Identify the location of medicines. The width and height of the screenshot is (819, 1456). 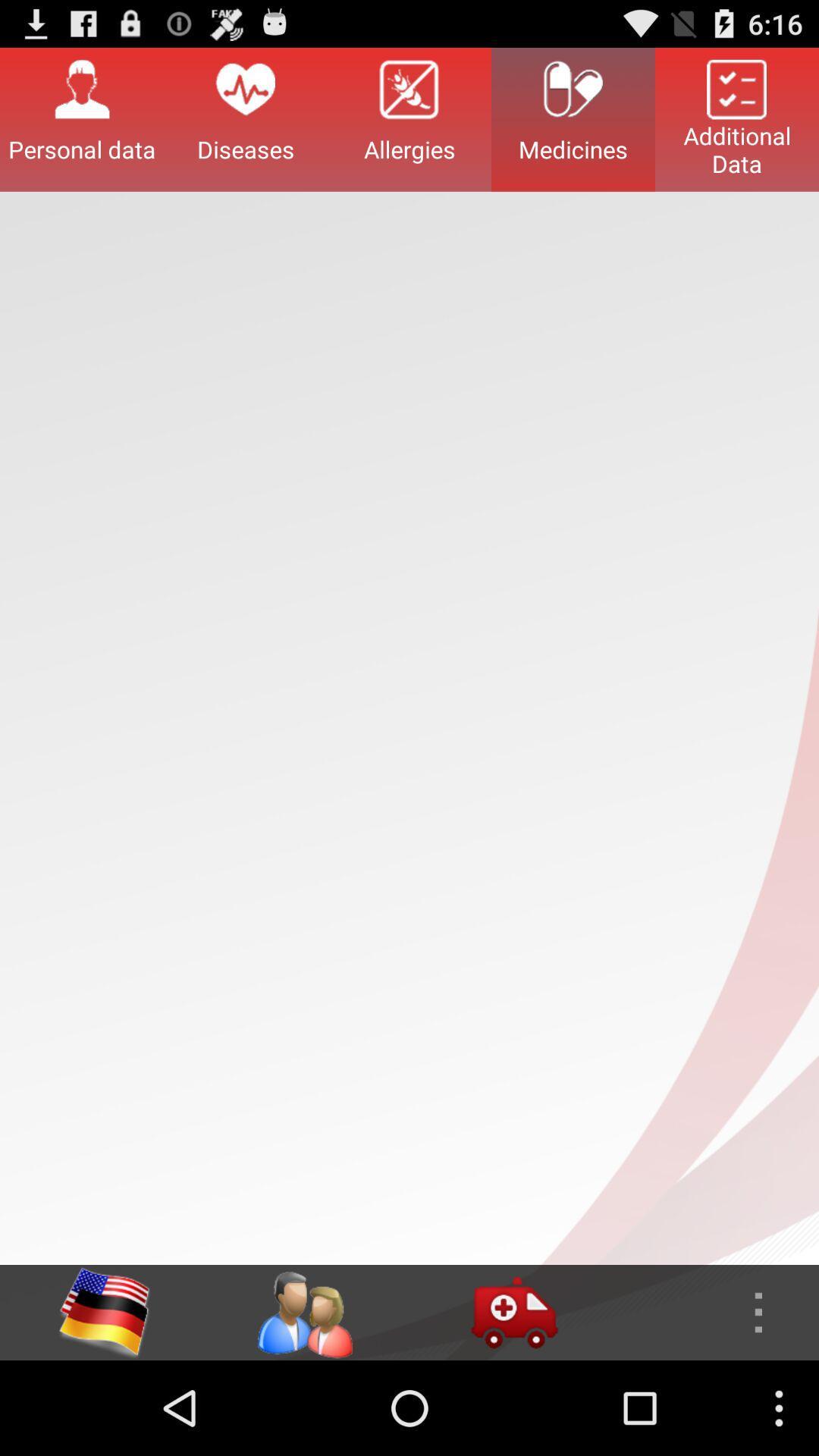
(573, 118).